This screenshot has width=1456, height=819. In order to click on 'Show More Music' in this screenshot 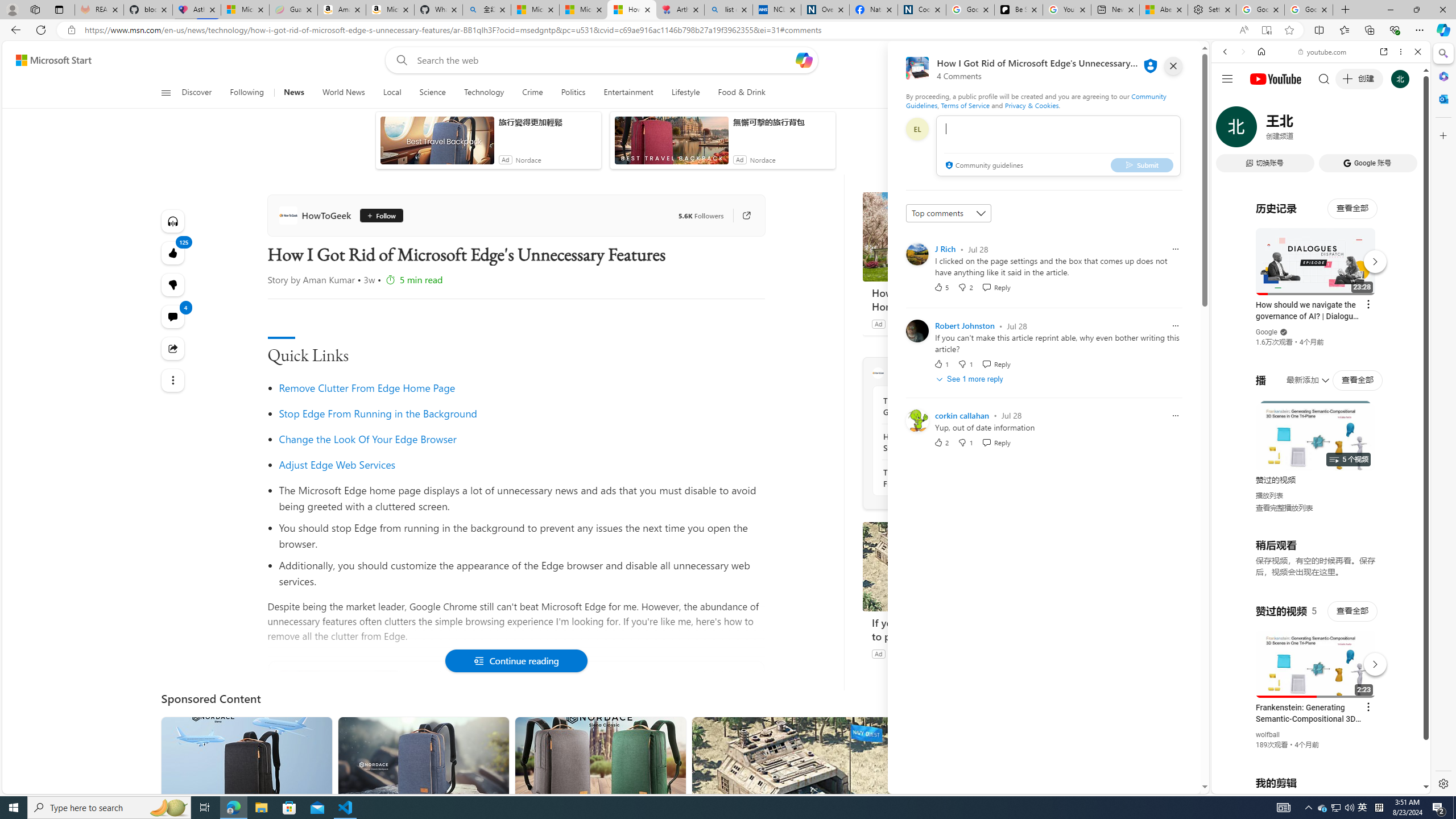, I will do `click(1389, 310)`.